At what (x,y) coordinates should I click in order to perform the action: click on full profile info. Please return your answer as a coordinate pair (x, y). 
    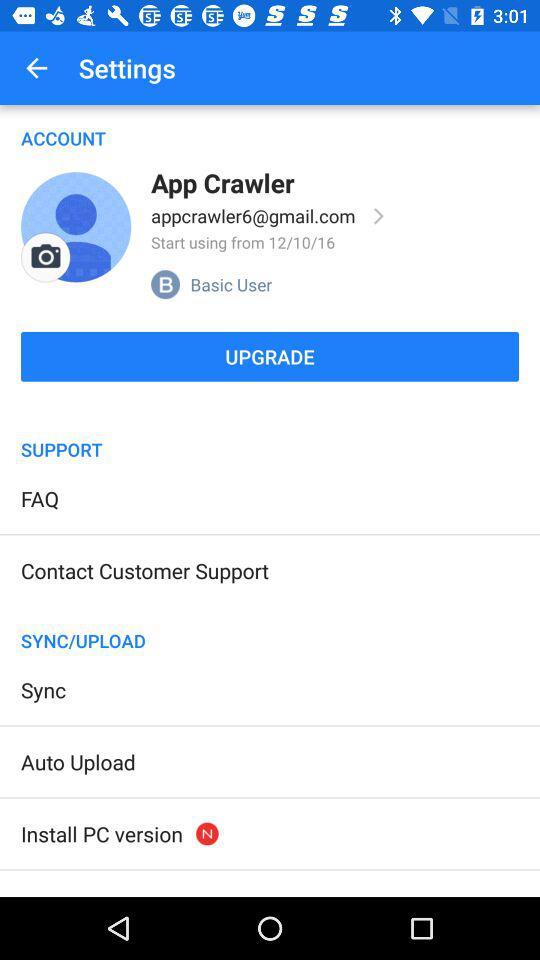
    Looking at the image, I should click on (379, 216).